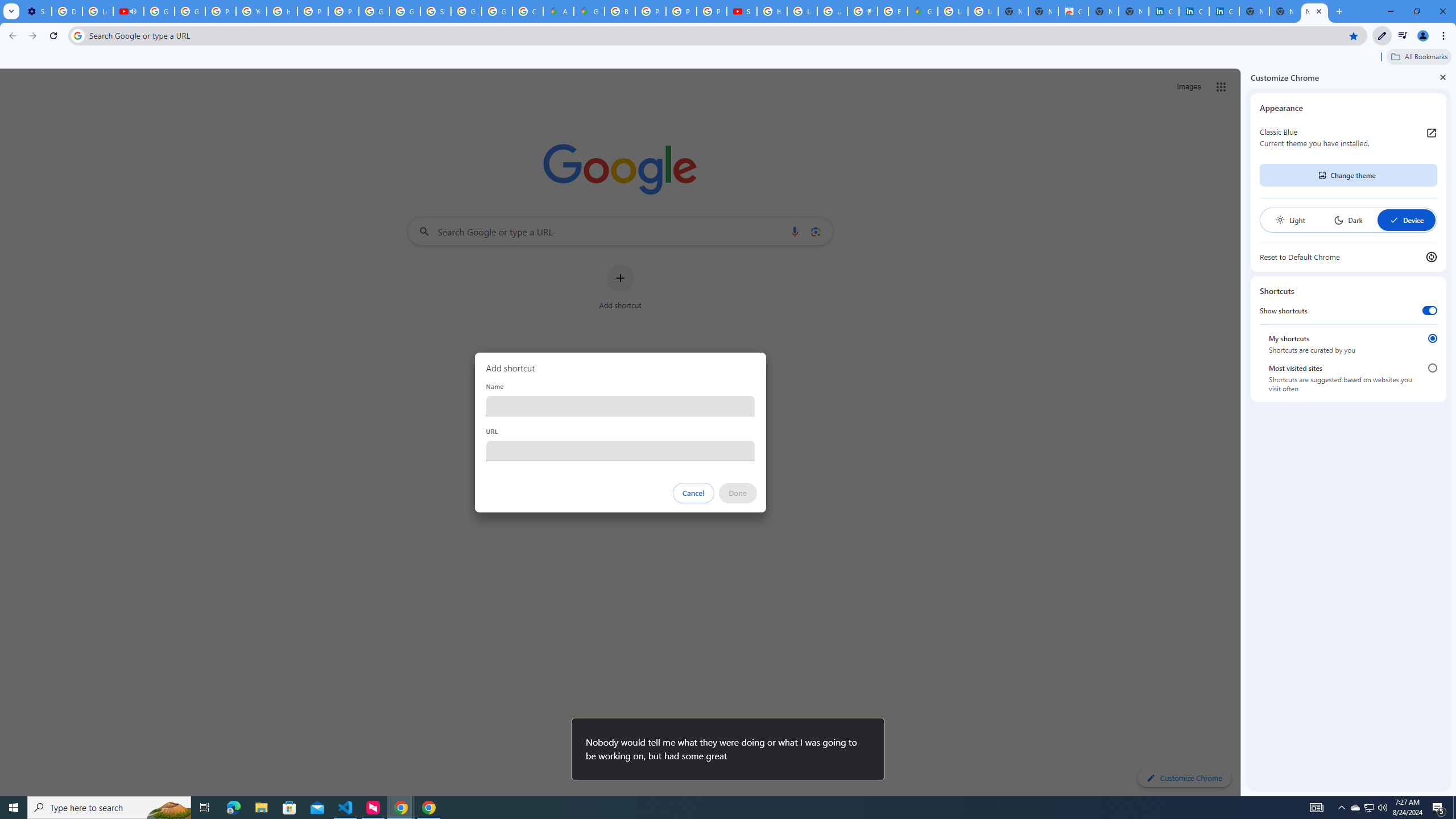 Image resolution: width=1456 pixels, height=819 pixels. What do you see at coordinates (1347, 175) in the screenshot?
I see `'Change theme'` at bounding box center [1347, 175].